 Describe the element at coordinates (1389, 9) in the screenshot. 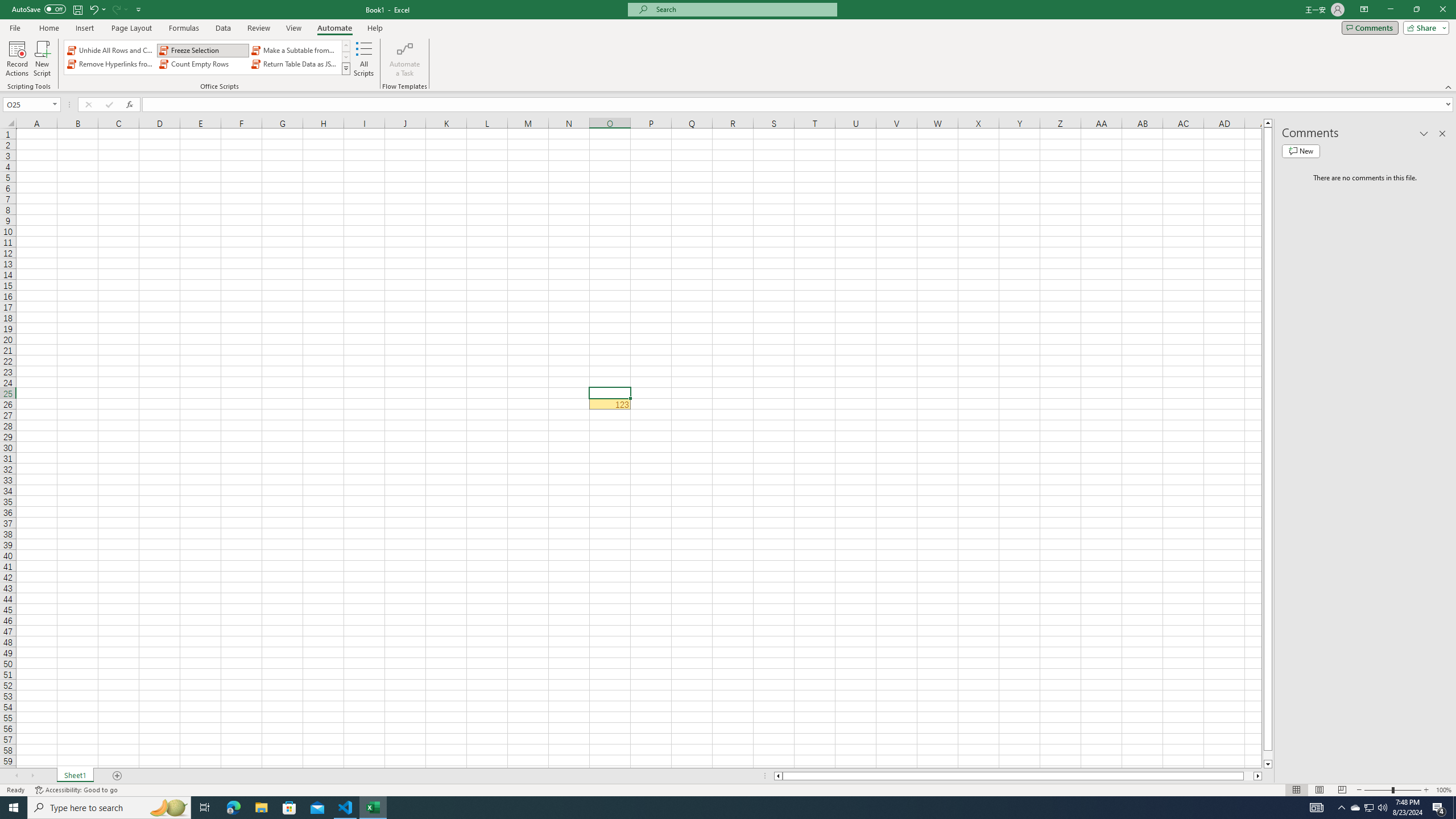

I see `'Minimize'` at that location.